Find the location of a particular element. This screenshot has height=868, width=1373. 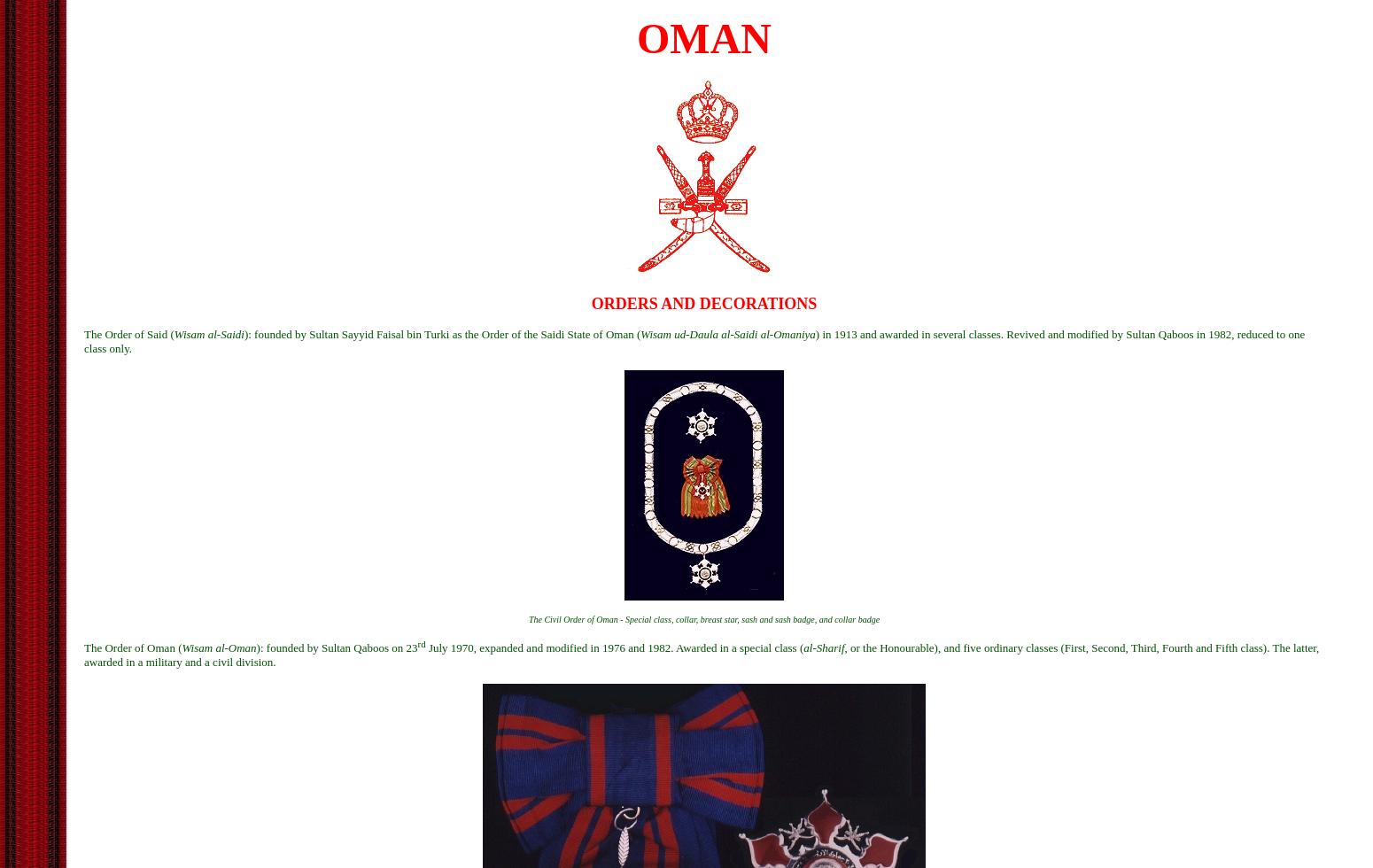

'July 1970, expanded and modified in 1976 and 1982. Awarded in a special class (' is located at coordinates (613, 647).